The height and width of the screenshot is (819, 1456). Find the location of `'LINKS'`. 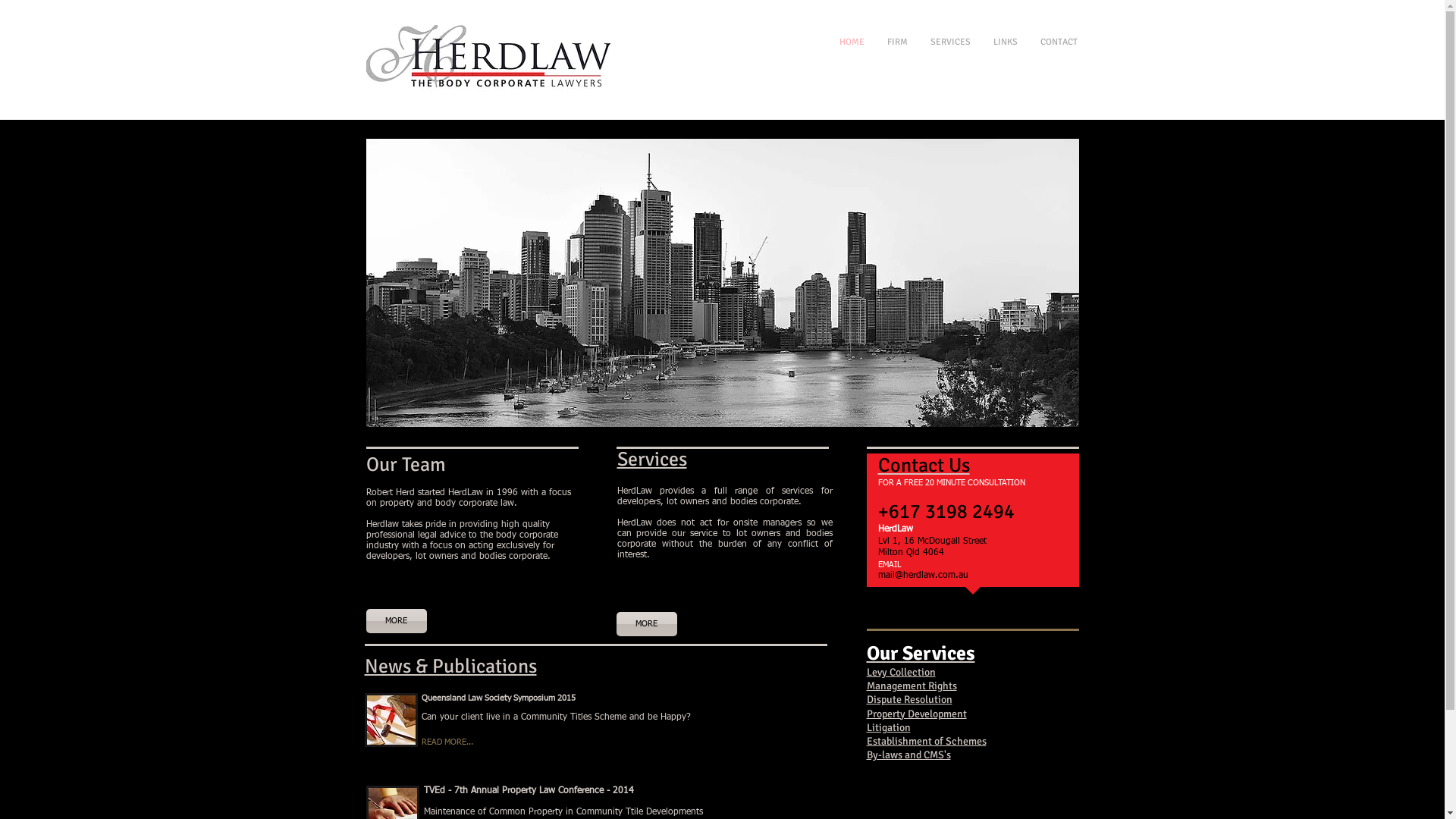

'LINKS' is located at coordinates (1037, 42).